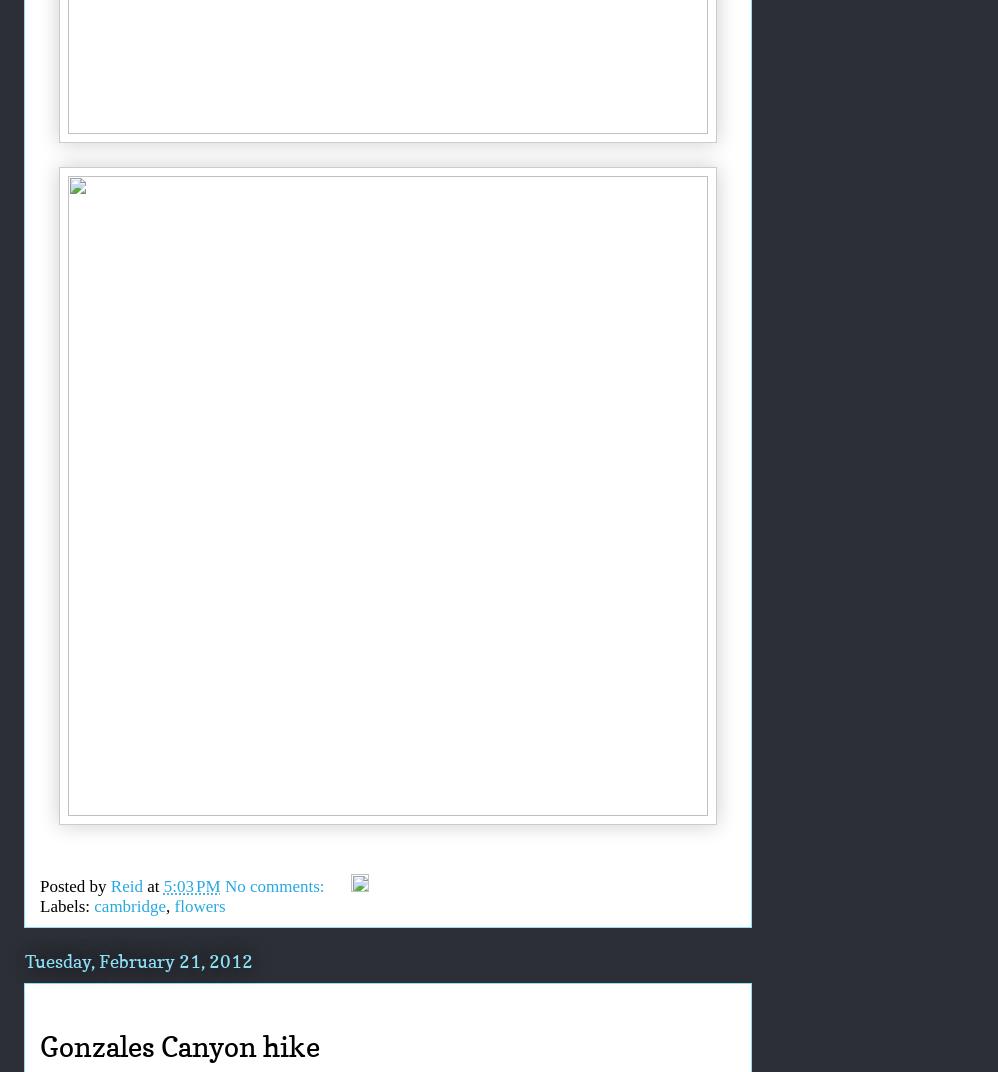 The image size is (998, 1072). What do you see at coordinates (161, 886) in the screenshot?
I see `'5:03 PM'` at bounding box center [161, 886].